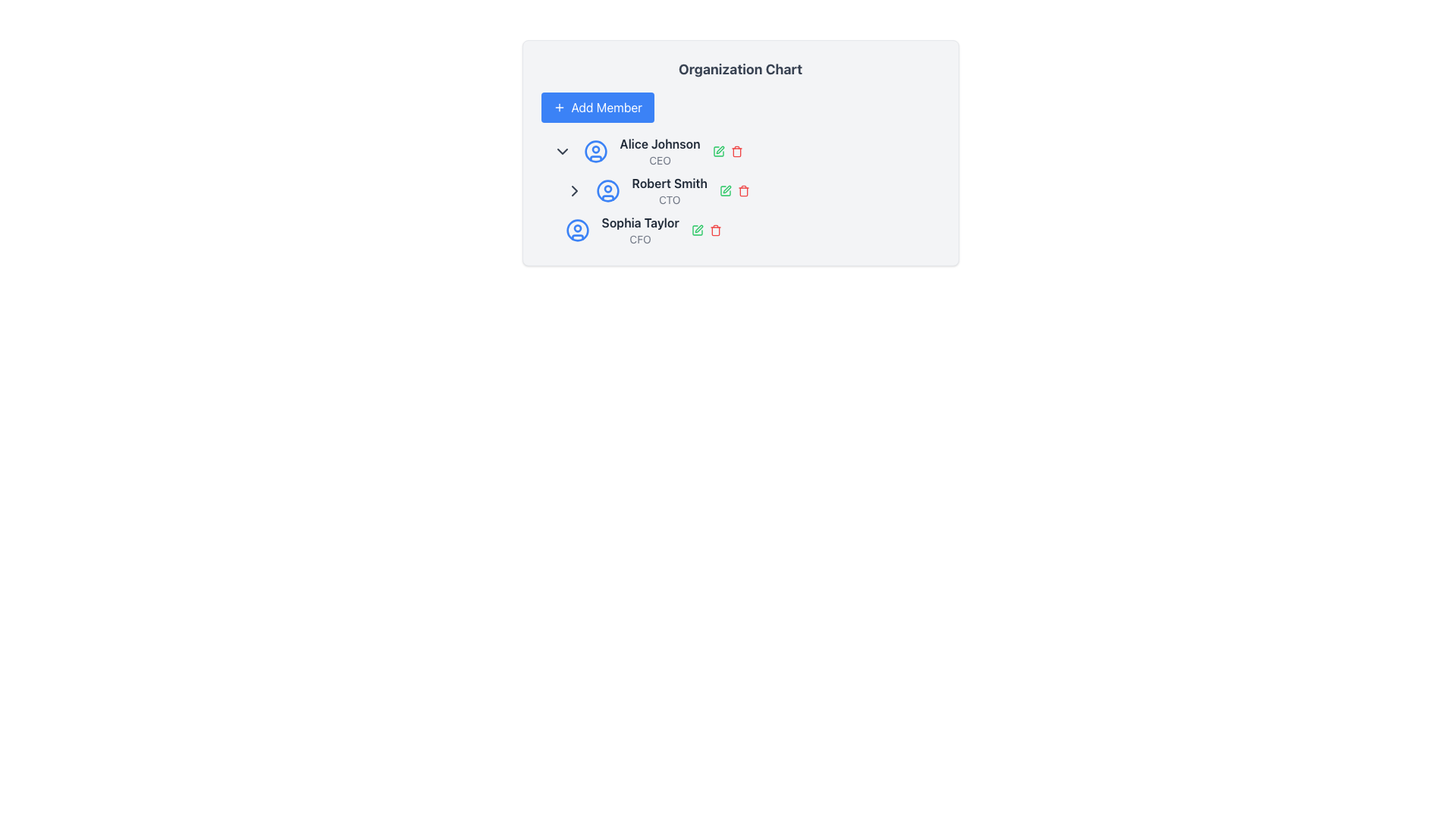 The image size is (1456, 819). I want to click on the Text Display that shows the user's name 'Alice Johnson' and title 'CEO' under the 'Organization Chart' heading, located to the right of the circular profile icon, so click(660, 152).